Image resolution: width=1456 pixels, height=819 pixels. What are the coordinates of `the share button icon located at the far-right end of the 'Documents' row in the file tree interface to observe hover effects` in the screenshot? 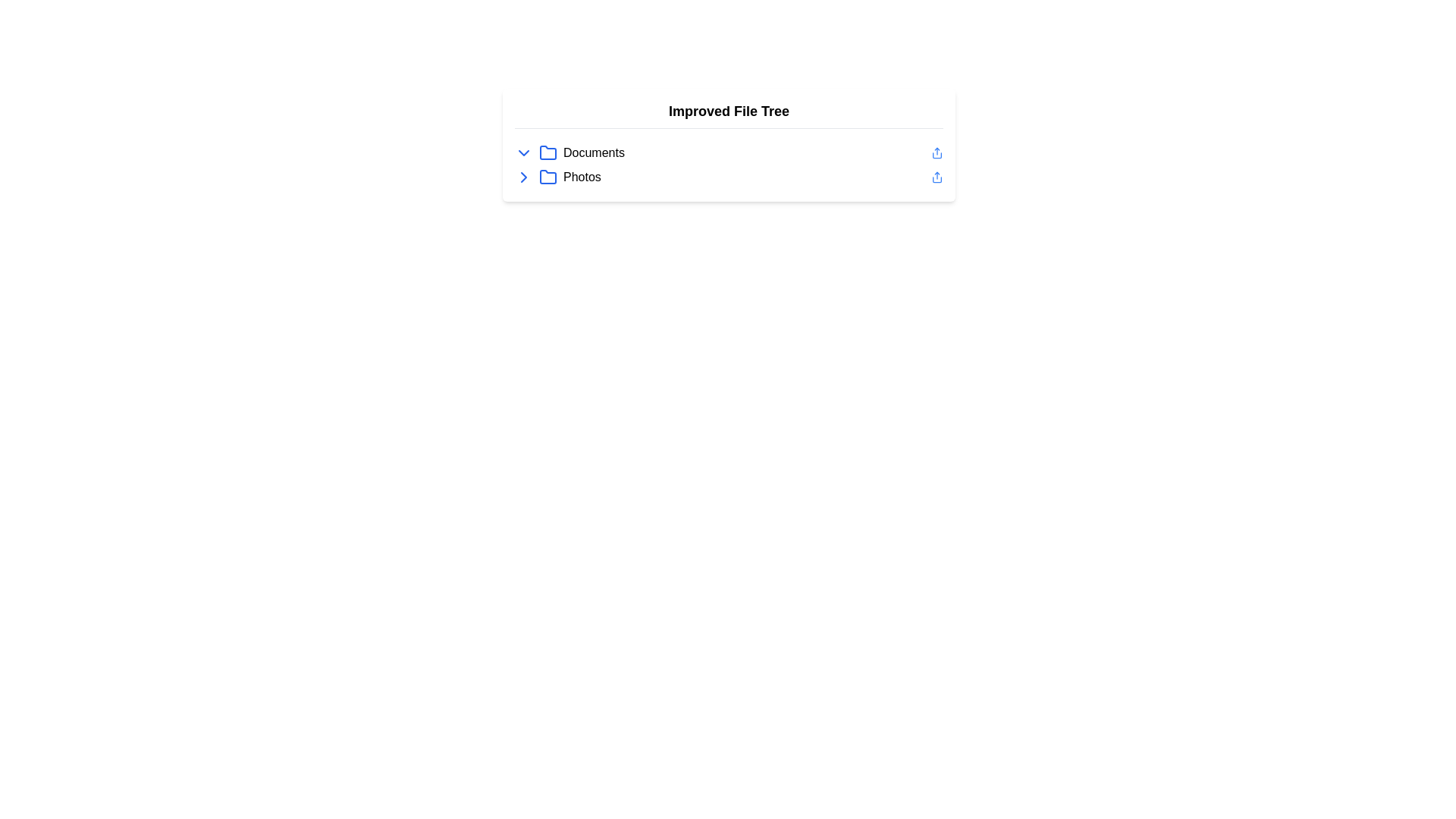 It's located at (937, 152).